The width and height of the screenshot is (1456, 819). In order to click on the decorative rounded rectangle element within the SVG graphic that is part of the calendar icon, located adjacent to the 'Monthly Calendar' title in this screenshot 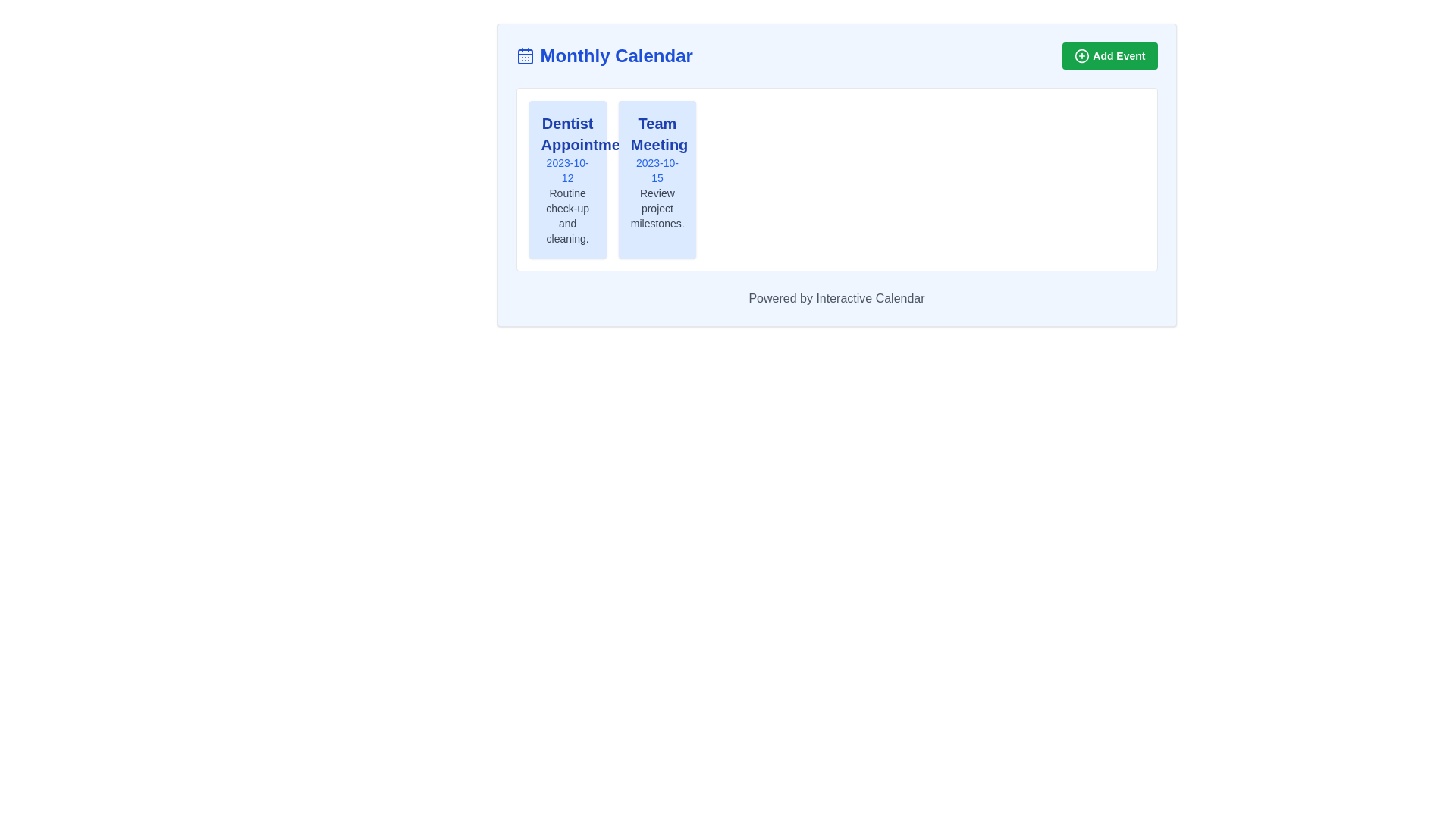, I will do `click(525, 55)`.